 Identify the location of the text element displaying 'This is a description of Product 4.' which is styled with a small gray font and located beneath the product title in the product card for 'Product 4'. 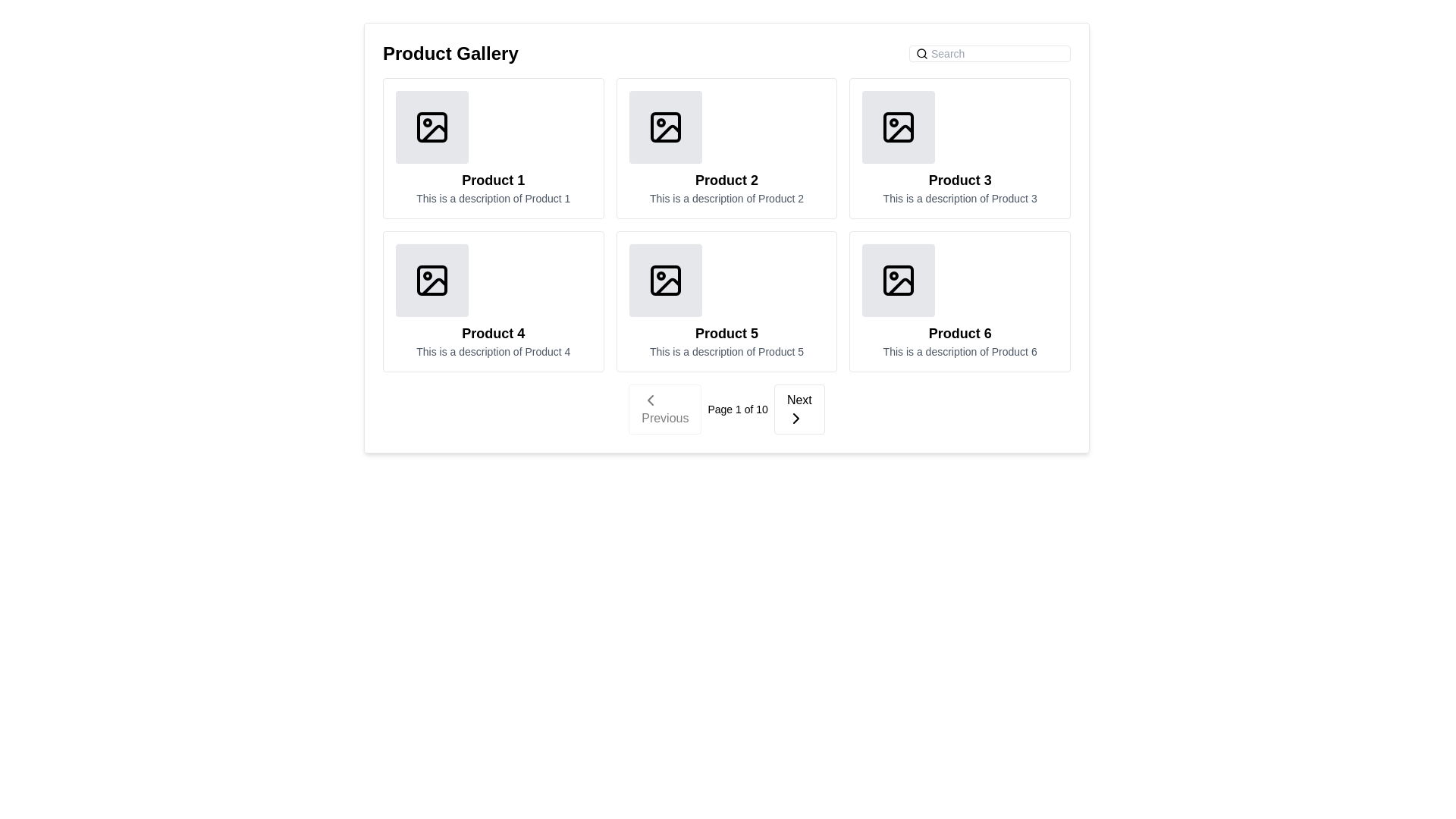
(493, 351).